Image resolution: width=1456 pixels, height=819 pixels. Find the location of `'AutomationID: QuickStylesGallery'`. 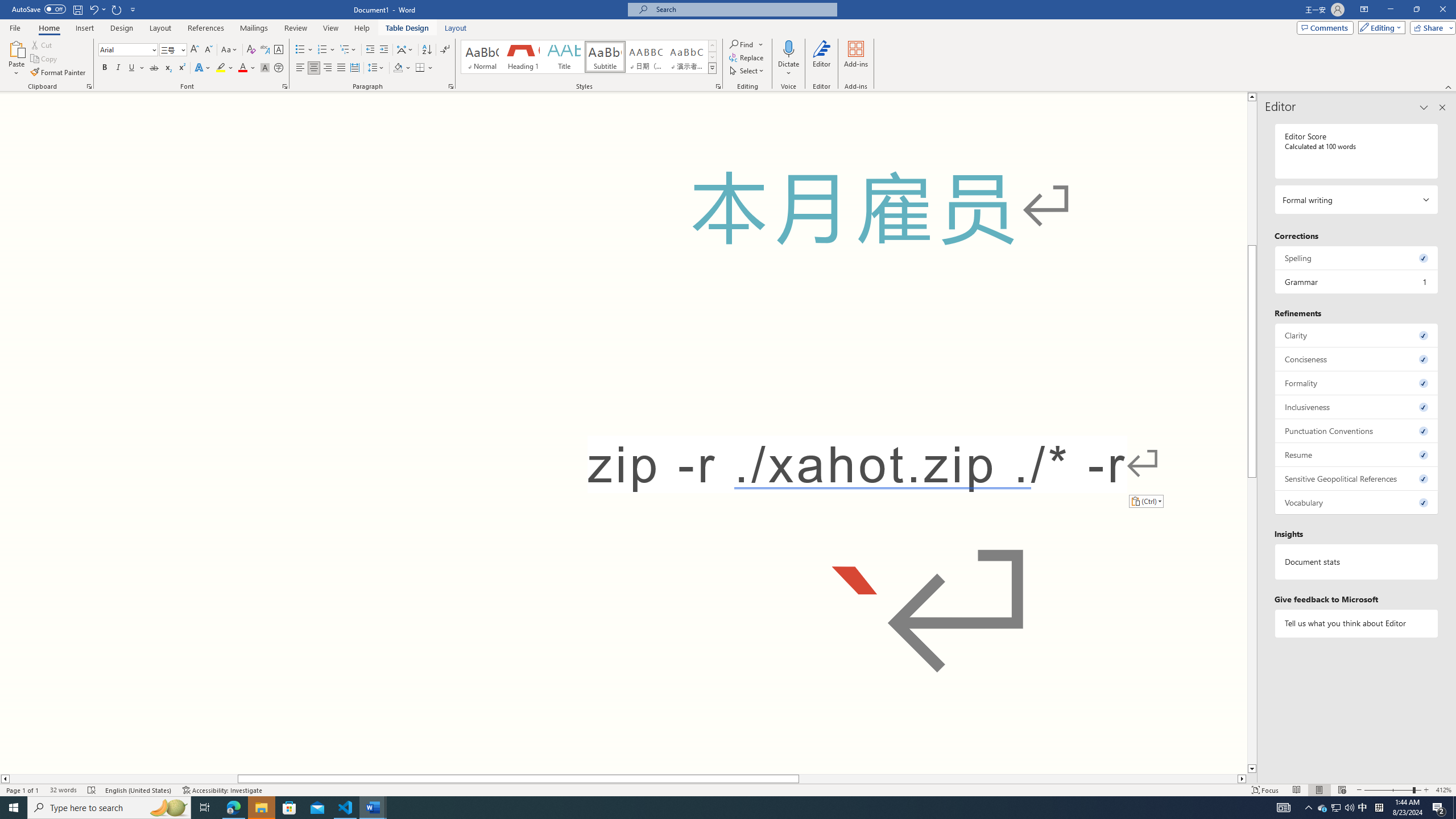

'AutomationID: QuickStylesGallery' is located at coordinates (589, 56).